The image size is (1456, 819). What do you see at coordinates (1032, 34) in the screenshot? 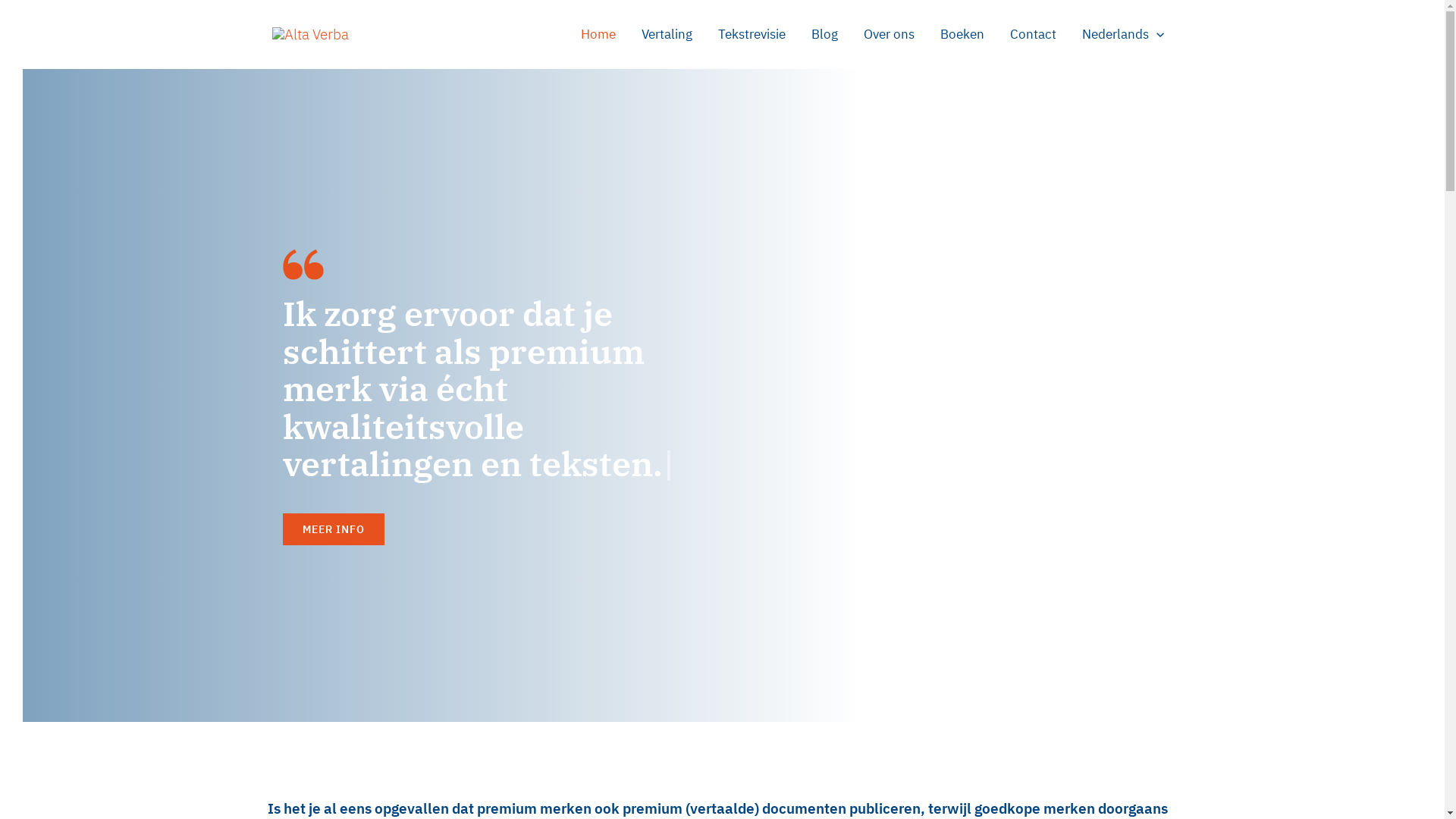
I see `'Contact'` at bounding box center [1032, 34].